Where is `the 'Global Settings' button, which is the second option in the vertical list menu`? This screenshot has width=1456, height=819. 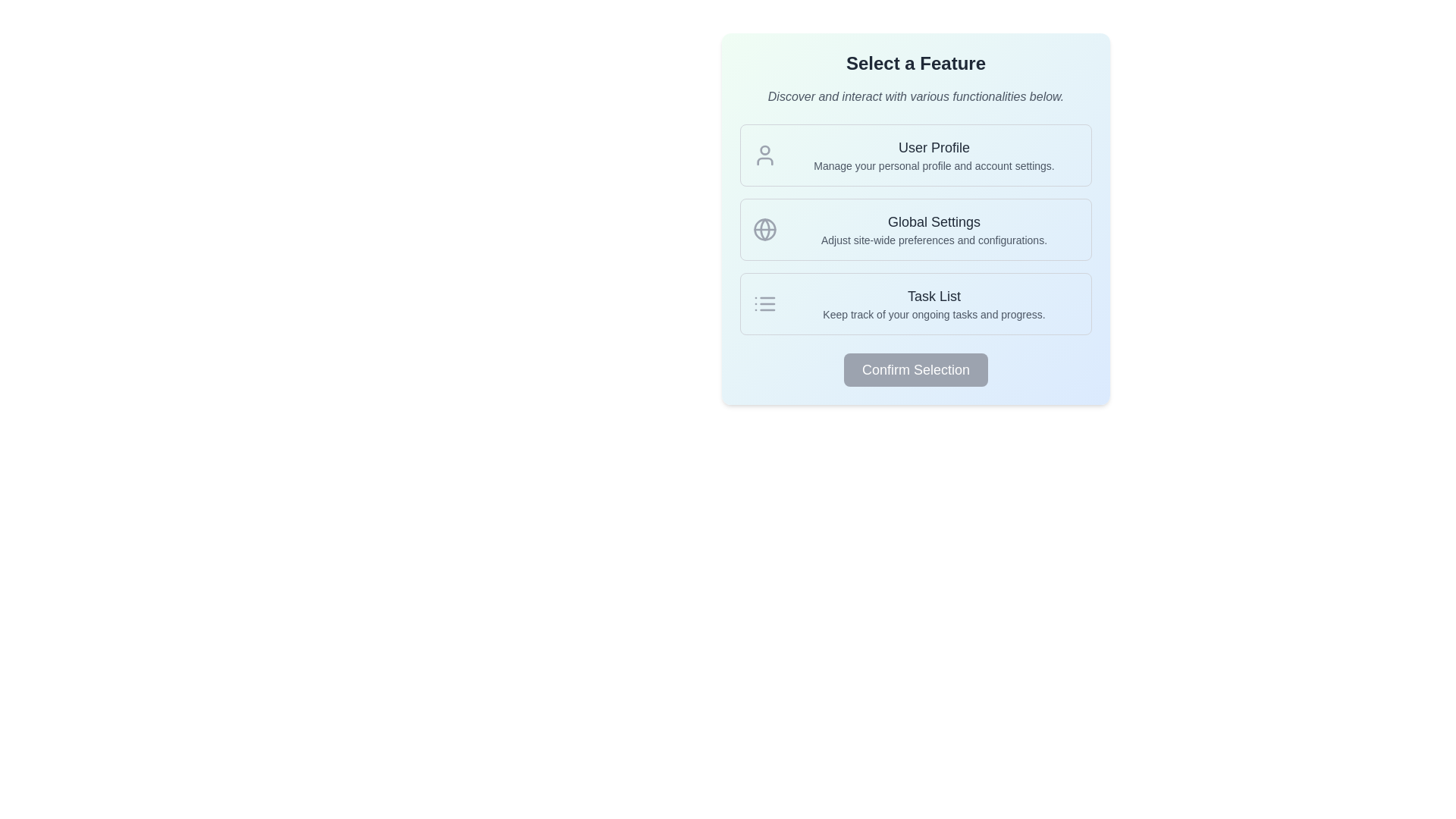 the 'Global Settings' button, which is the second option in the vertical list menu is located at coordinates (915, 230).